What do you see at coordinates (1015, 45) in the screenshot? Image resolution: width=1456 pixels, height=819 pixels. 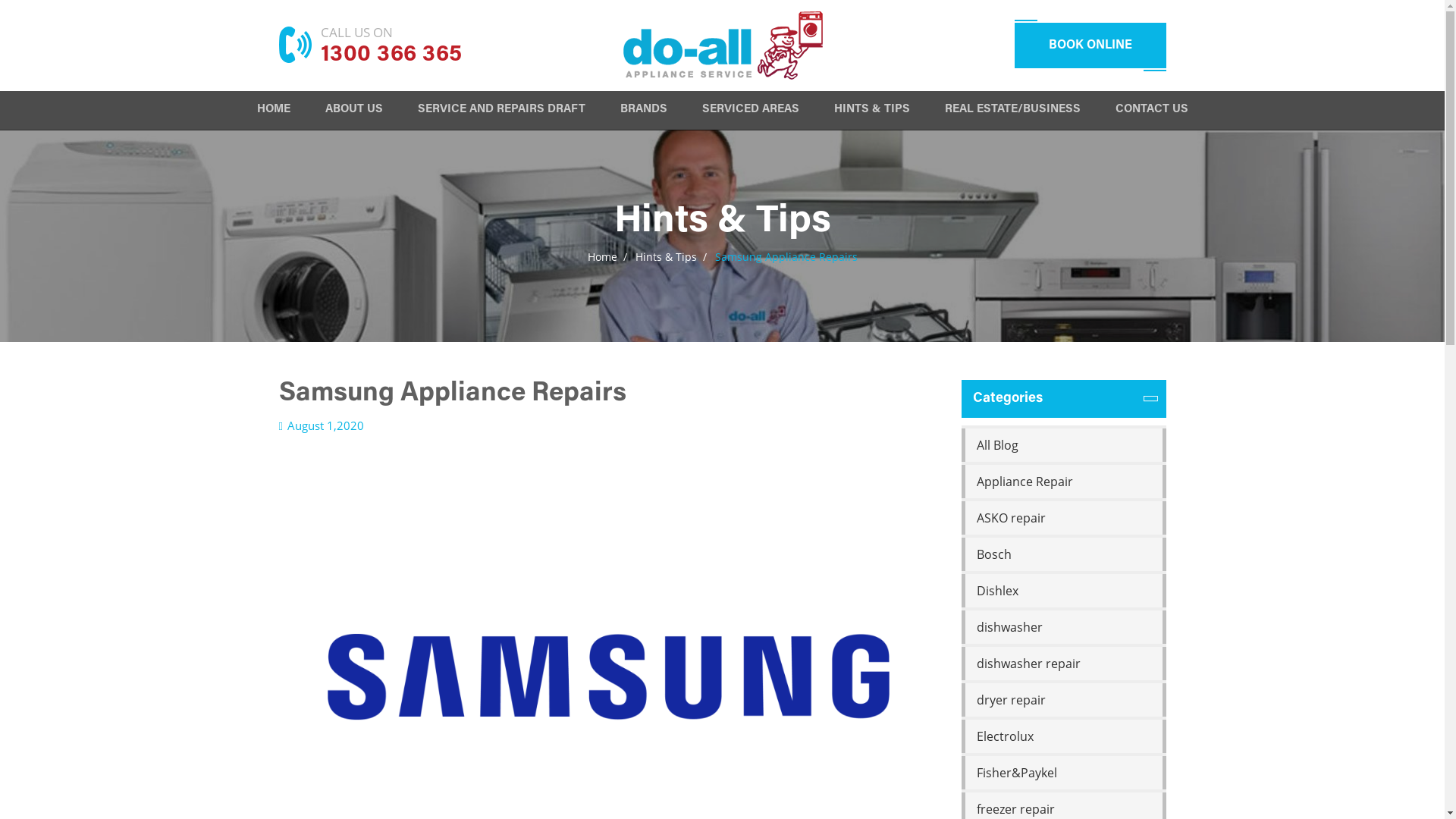 I see `'BOOK ONLINE'` at bounding box center [1015, 45].